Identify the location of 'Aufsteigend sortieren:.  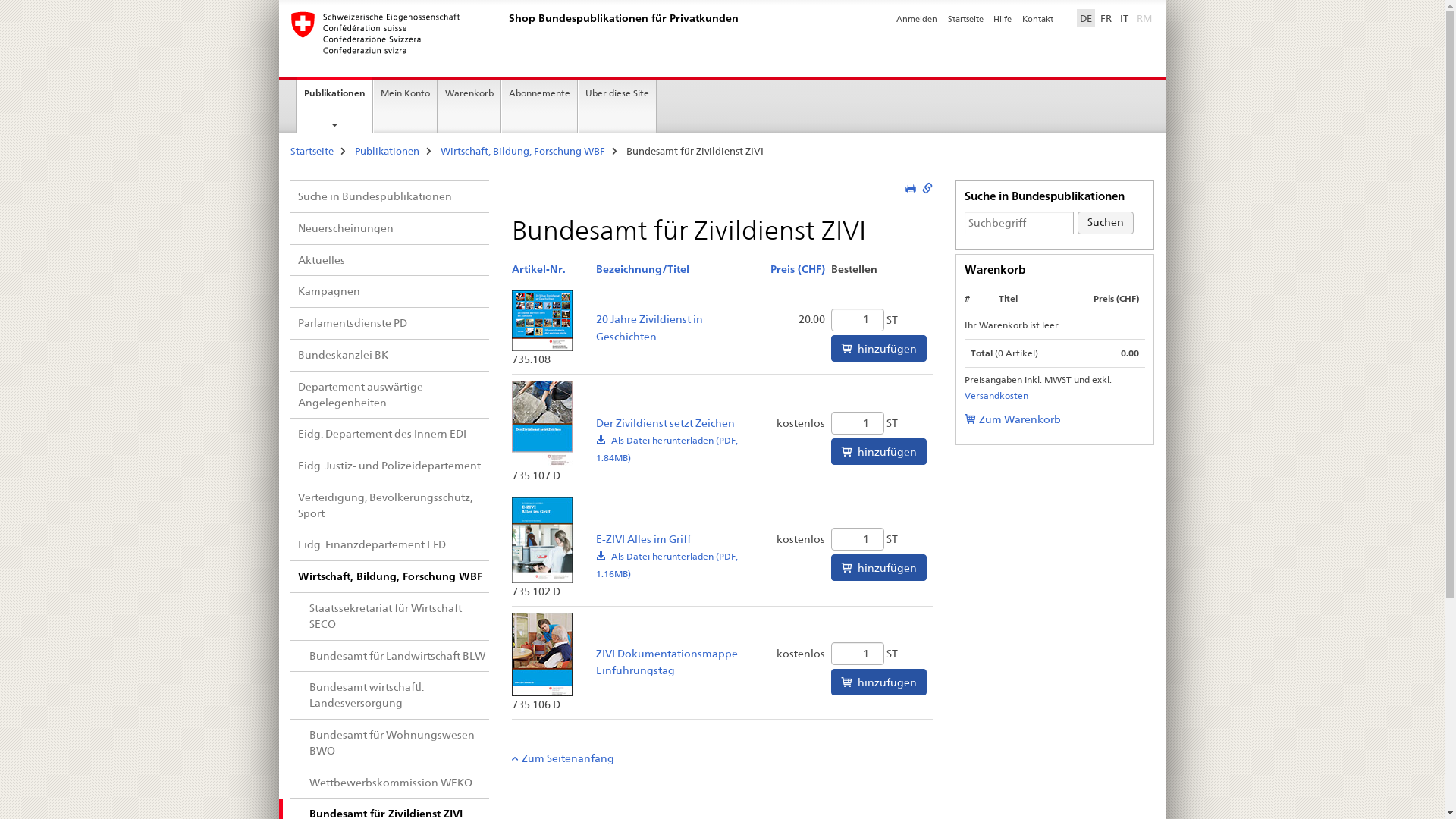
(642, 268).